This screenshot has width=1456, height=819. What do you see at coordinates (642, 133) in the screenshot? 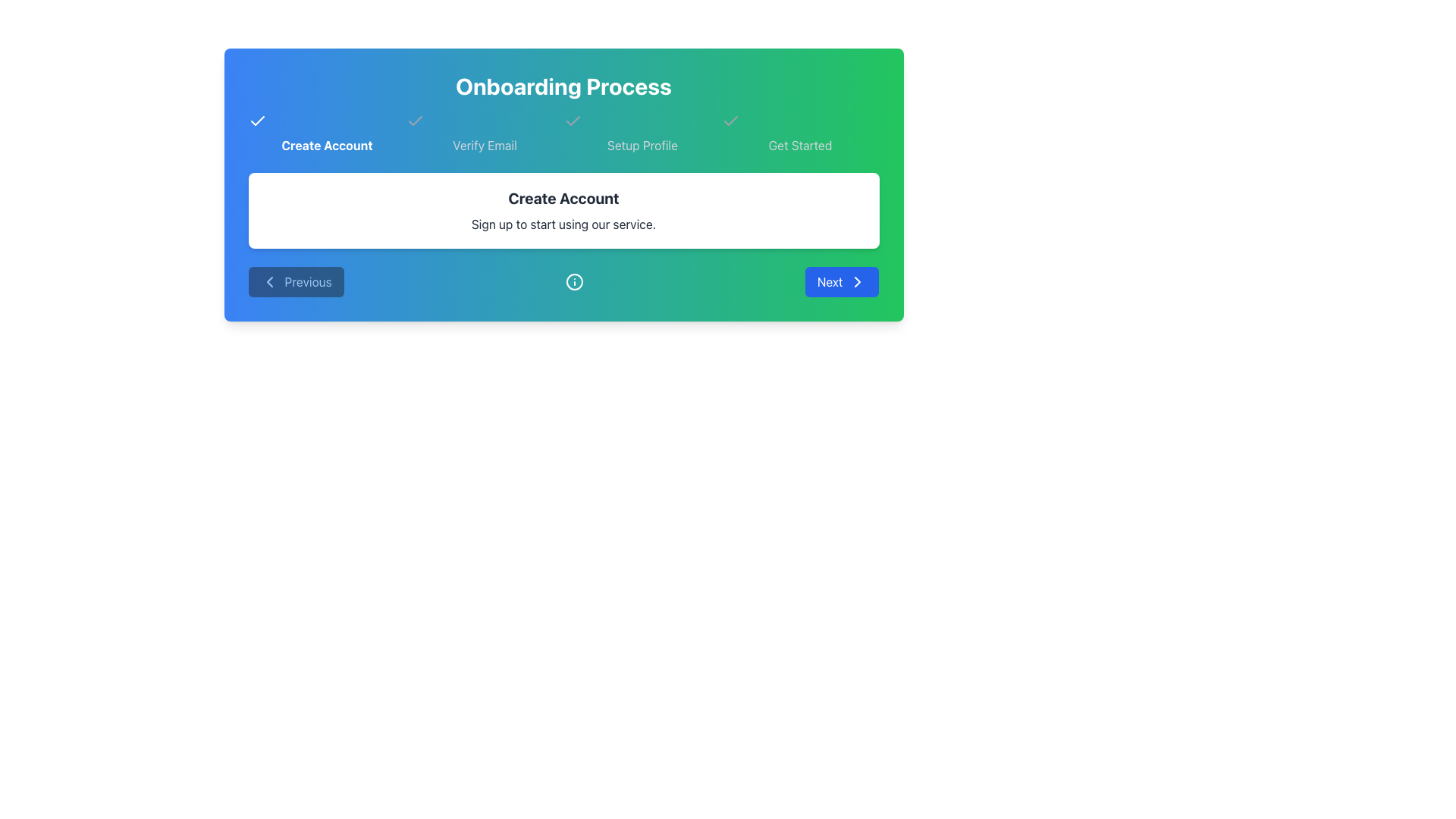
I see `the Progression Step Indicator representing the 'Setup Profile' stage in the onboarding process` at bounding box center [642, 133].